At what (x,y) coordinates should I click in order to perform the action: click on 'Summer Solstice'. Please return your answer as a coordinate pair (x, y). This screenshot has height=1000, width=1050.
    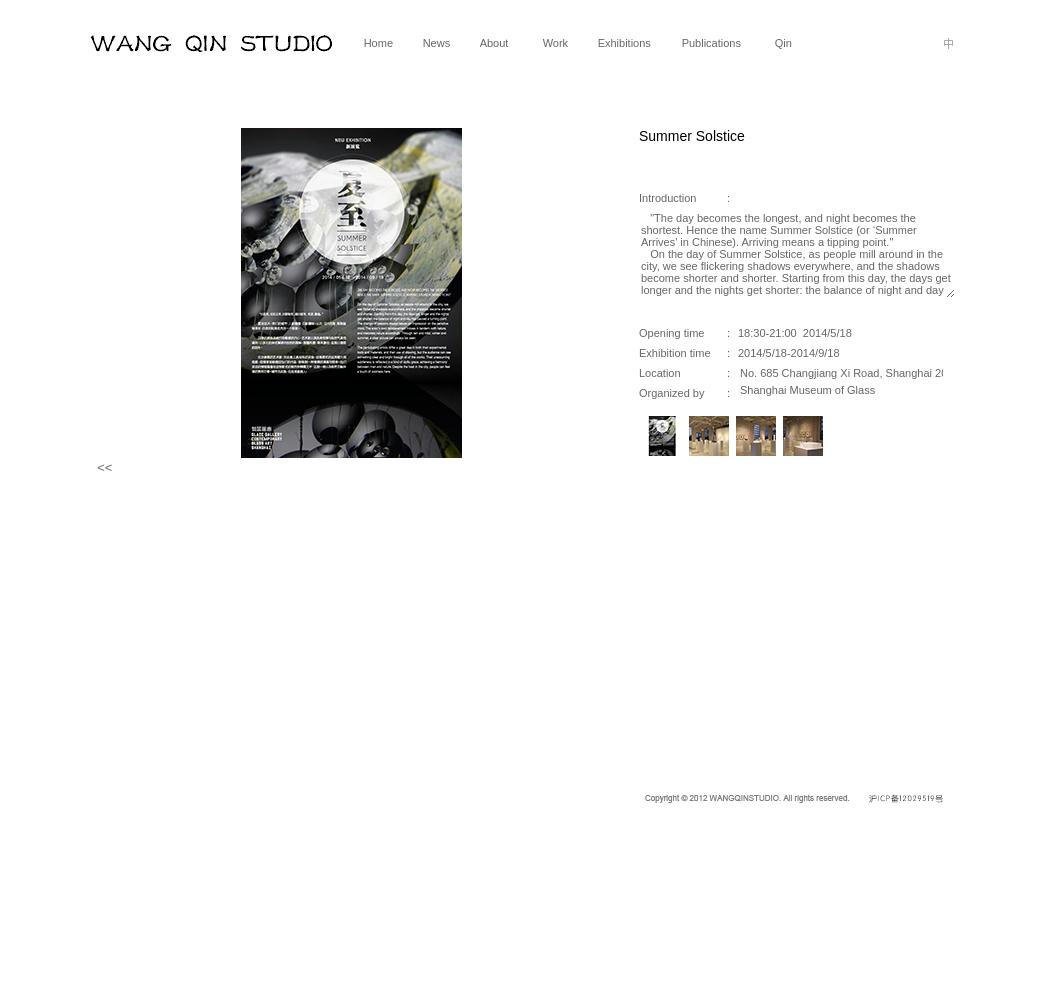
    Looking at the image, I should click on (638, 136).